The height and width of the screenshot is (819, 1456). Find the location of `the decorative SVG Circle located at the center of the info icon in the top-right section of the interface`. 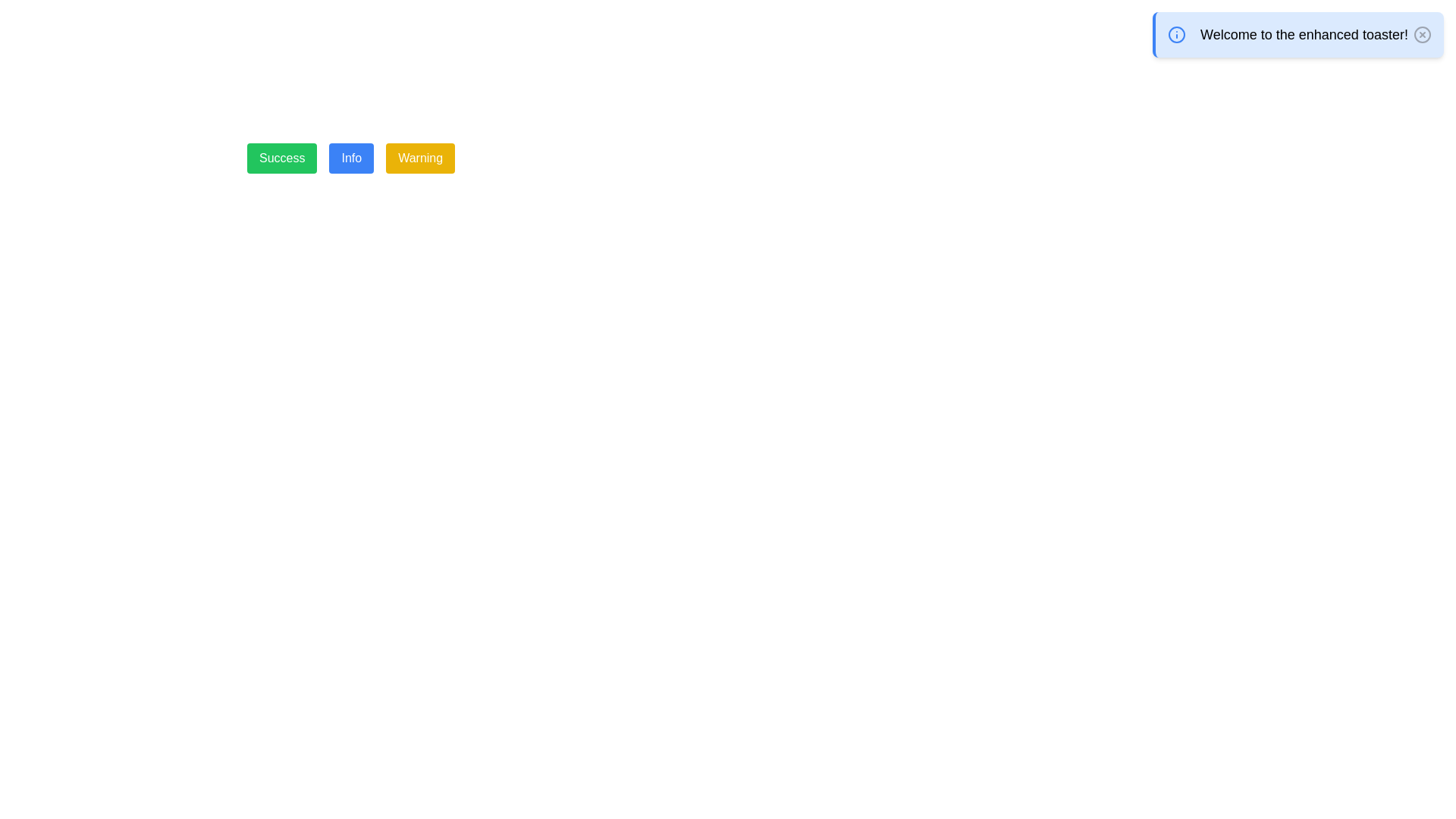

the decorative SVG Circle located at the center of the info icon in the top-right section of the interface is located at coordinates (1175, 34).